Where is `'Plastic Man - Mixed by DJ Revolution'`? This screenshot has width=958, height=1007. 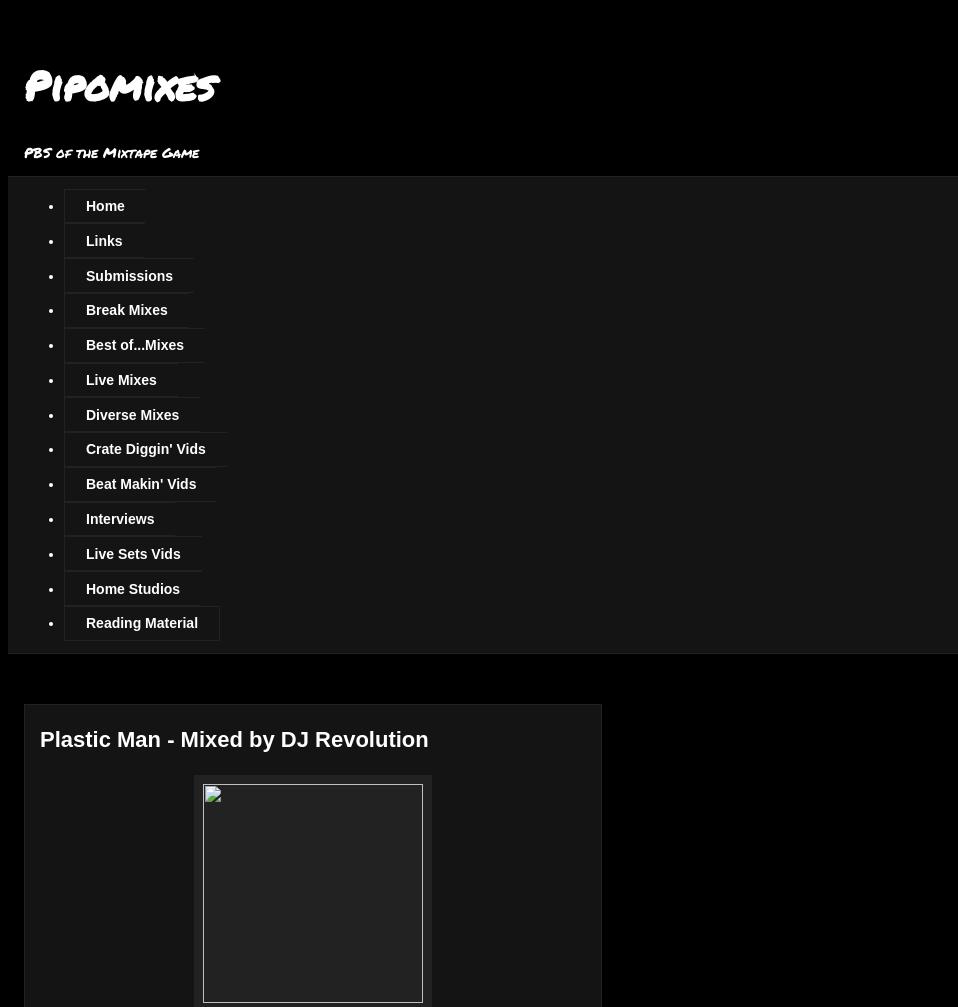
'Plastic Man - Mixed by DJ Revolution' is located at coordinates (233, 737).